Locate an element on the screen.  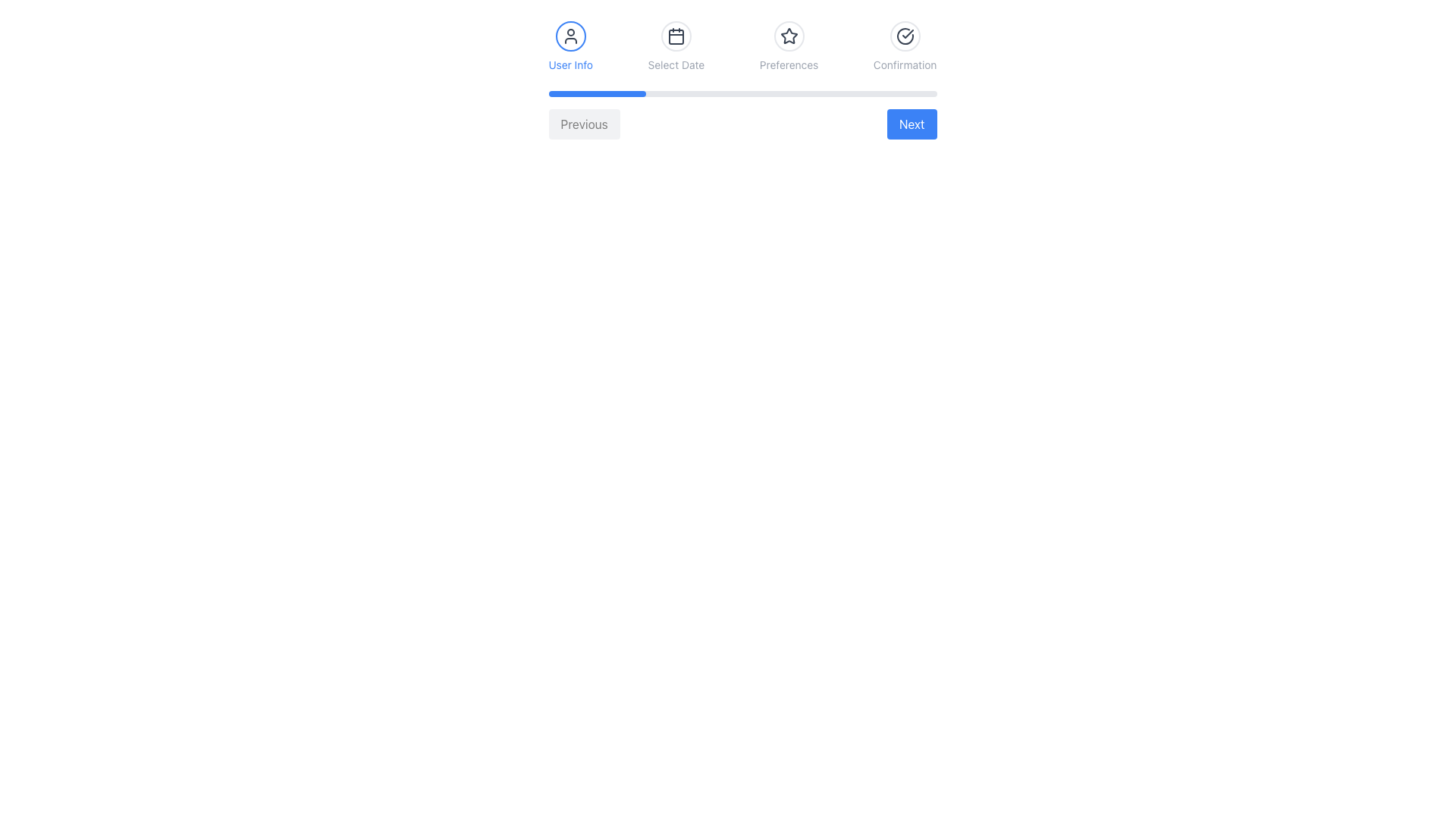
the Step Indicator element labeled 'Preferences', which consists of a gray star icon in a circular border and the text 'Preferences' below it is located at coordinates (789, 45).